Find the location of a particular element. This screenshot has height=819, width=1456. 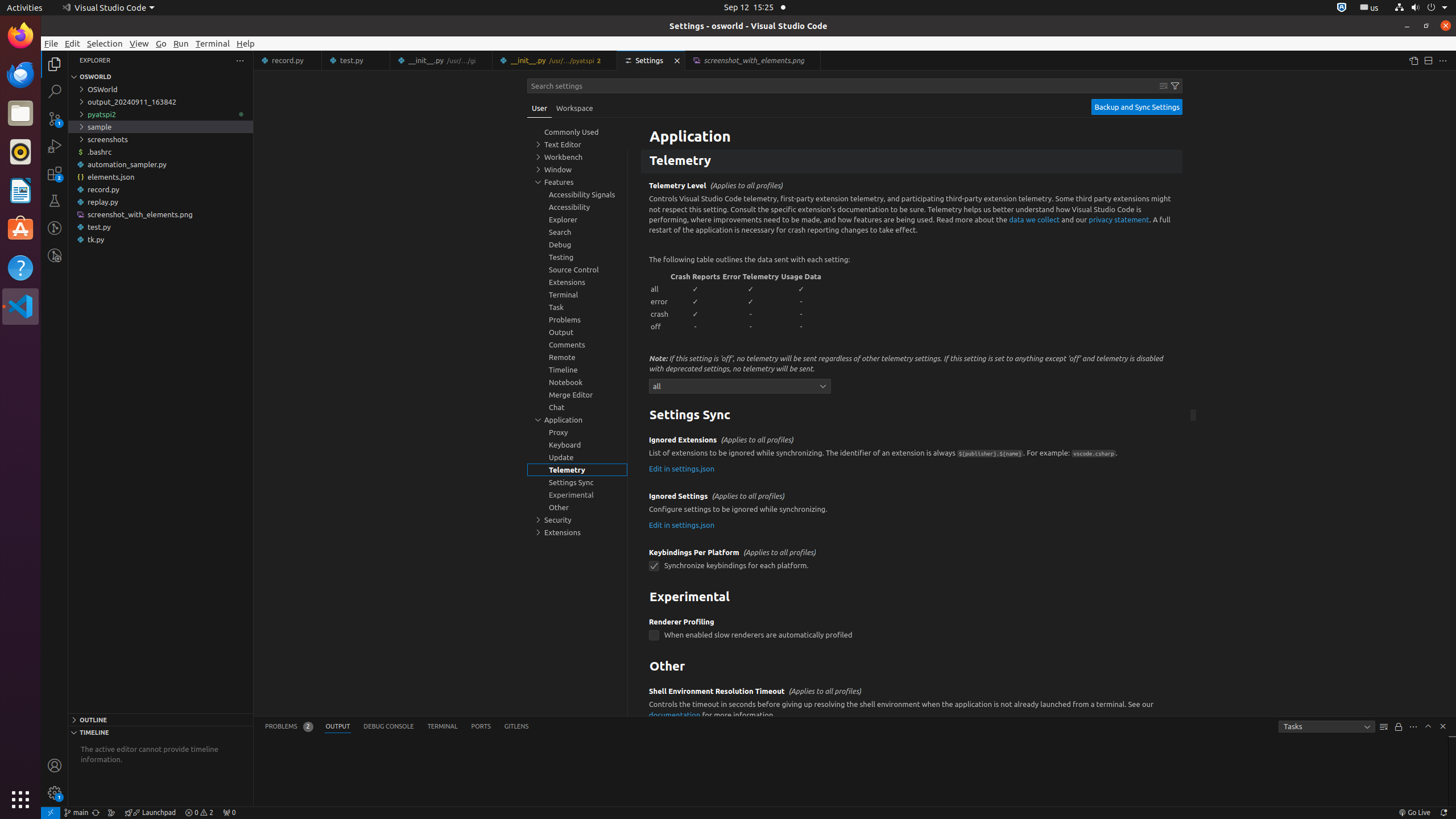

'Open Settings (JSON)' is located at coordinates (1412, 60).